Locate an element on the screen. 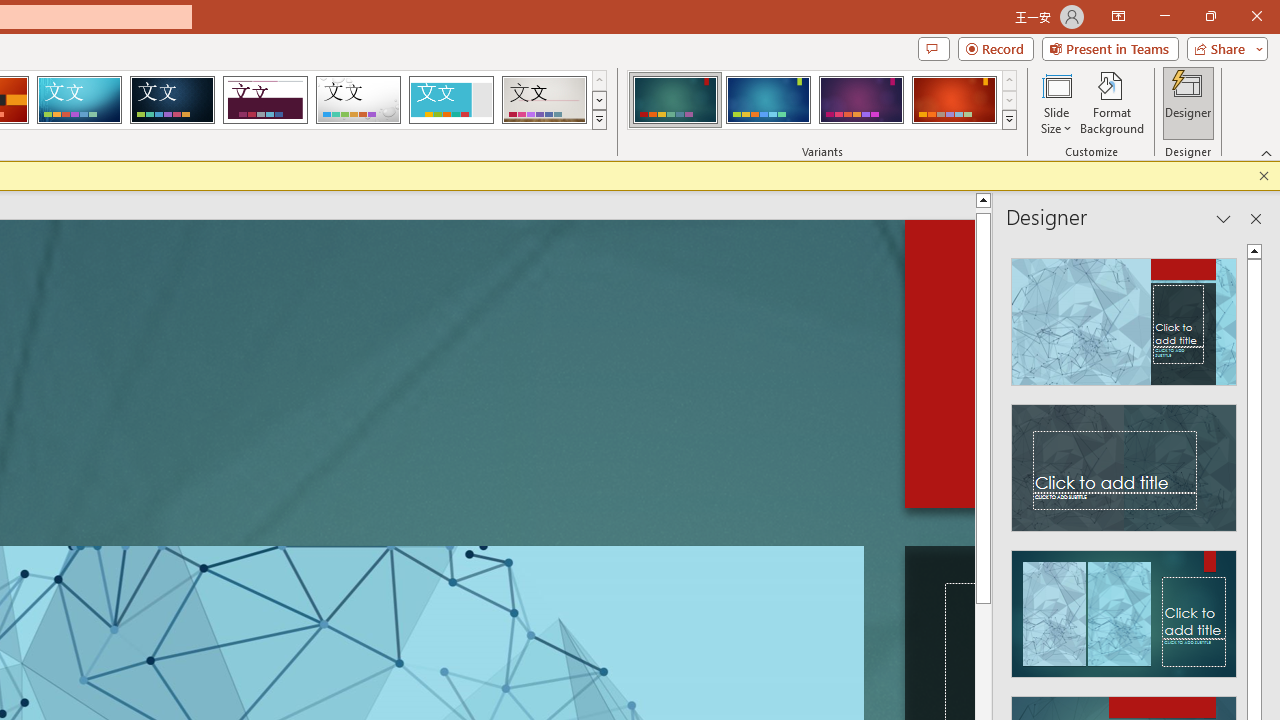 The height and width of the screenshot is (720, 1280). 'Ion Variant 3' is located at coordinates (861, 100).